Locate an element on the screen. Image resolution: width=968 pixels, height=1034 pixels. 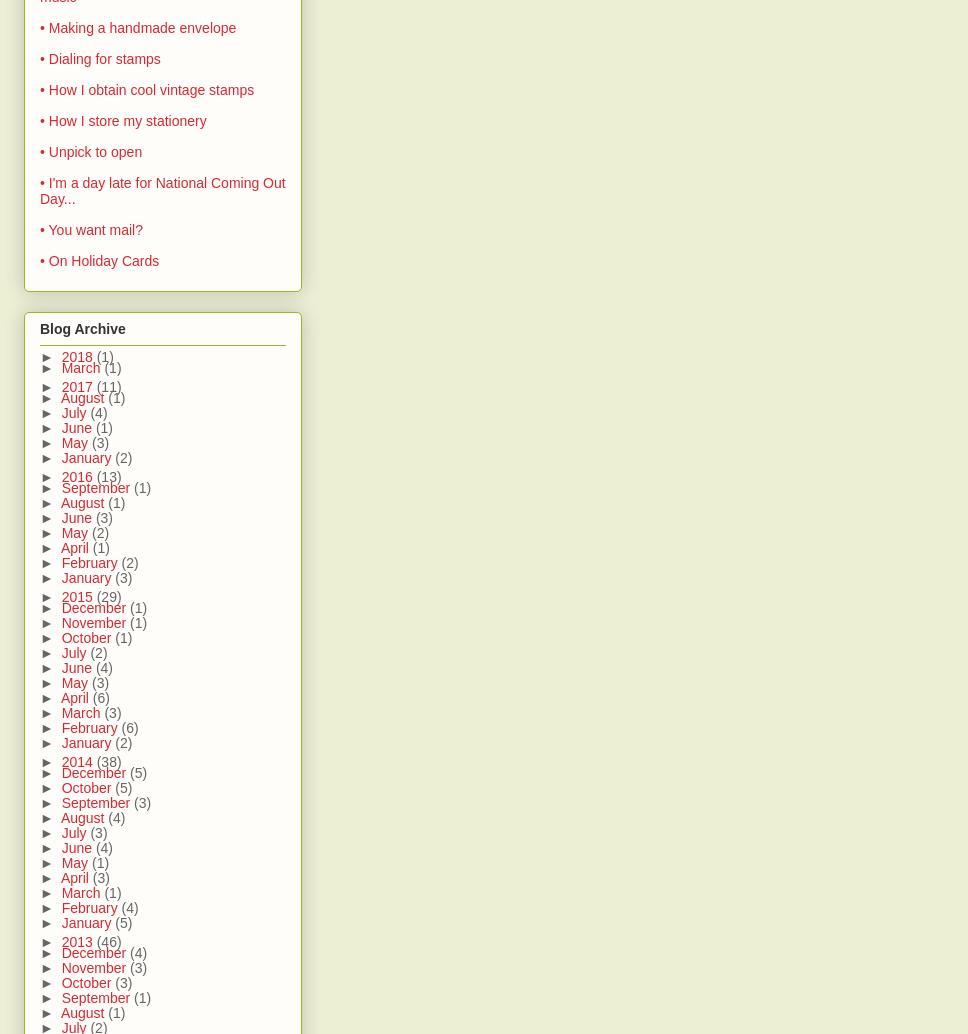
'• How I store my stationery' is located at coordinates (122, 120).